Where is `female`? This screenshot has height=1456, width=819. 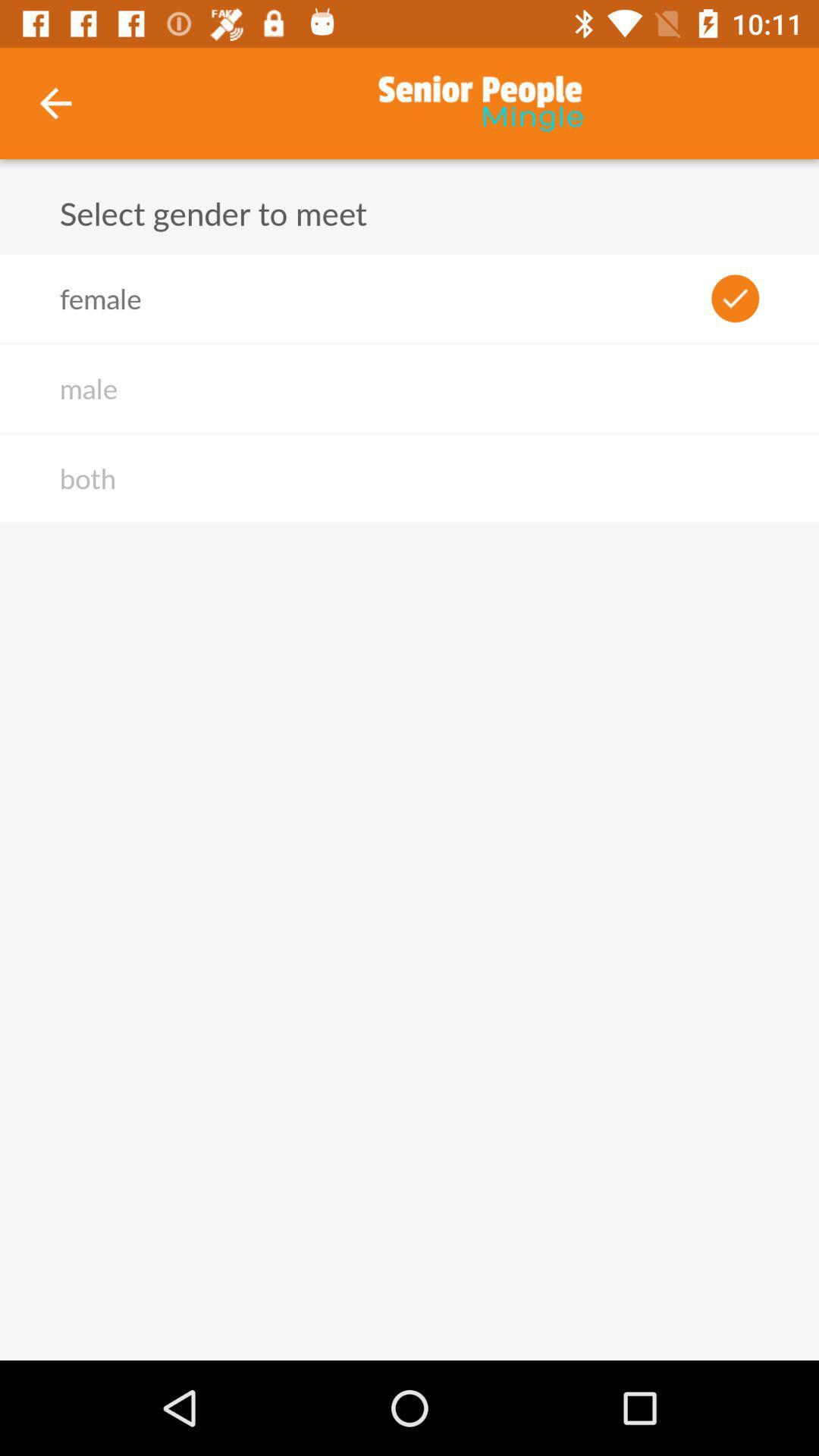
female is located at coordinates (100, 298).